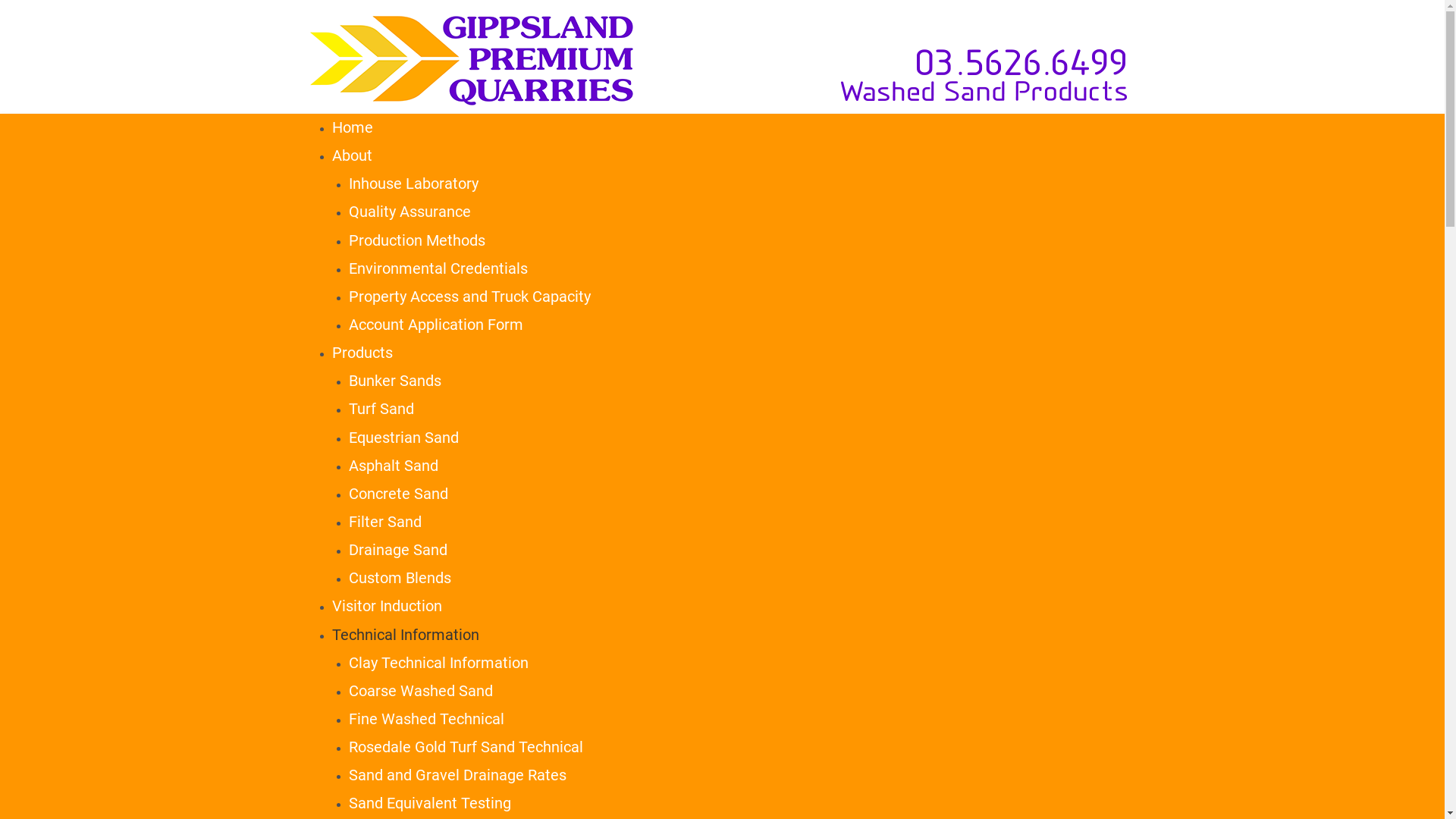 This screenshot has width=1456, height=819. I want to click on 'Technical Information', so click(405, 635).